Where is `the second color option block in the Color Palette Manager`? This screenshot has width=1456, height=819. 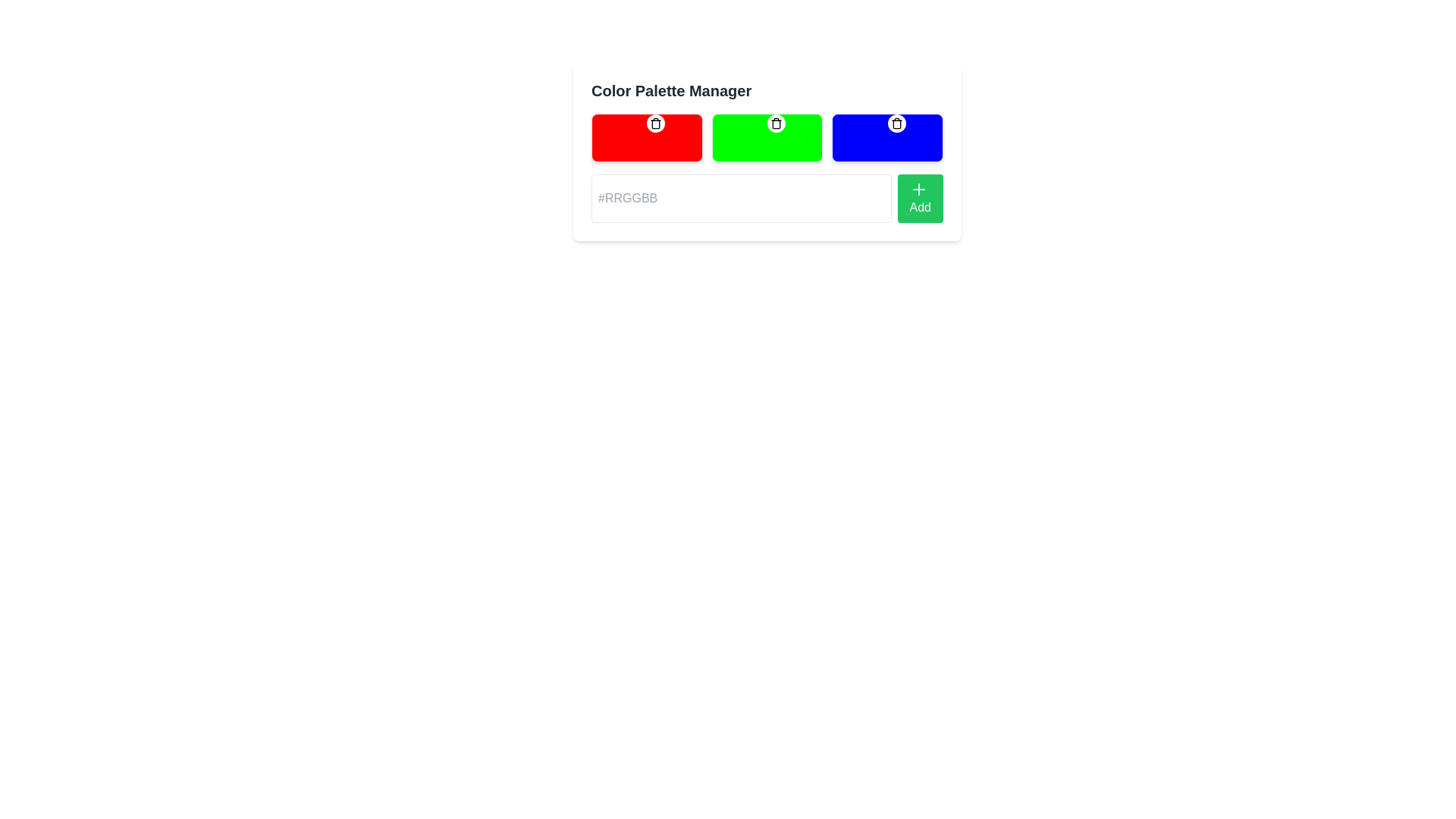 the second color option block in the Color Palette Manager is located at coordinates (767, 137).